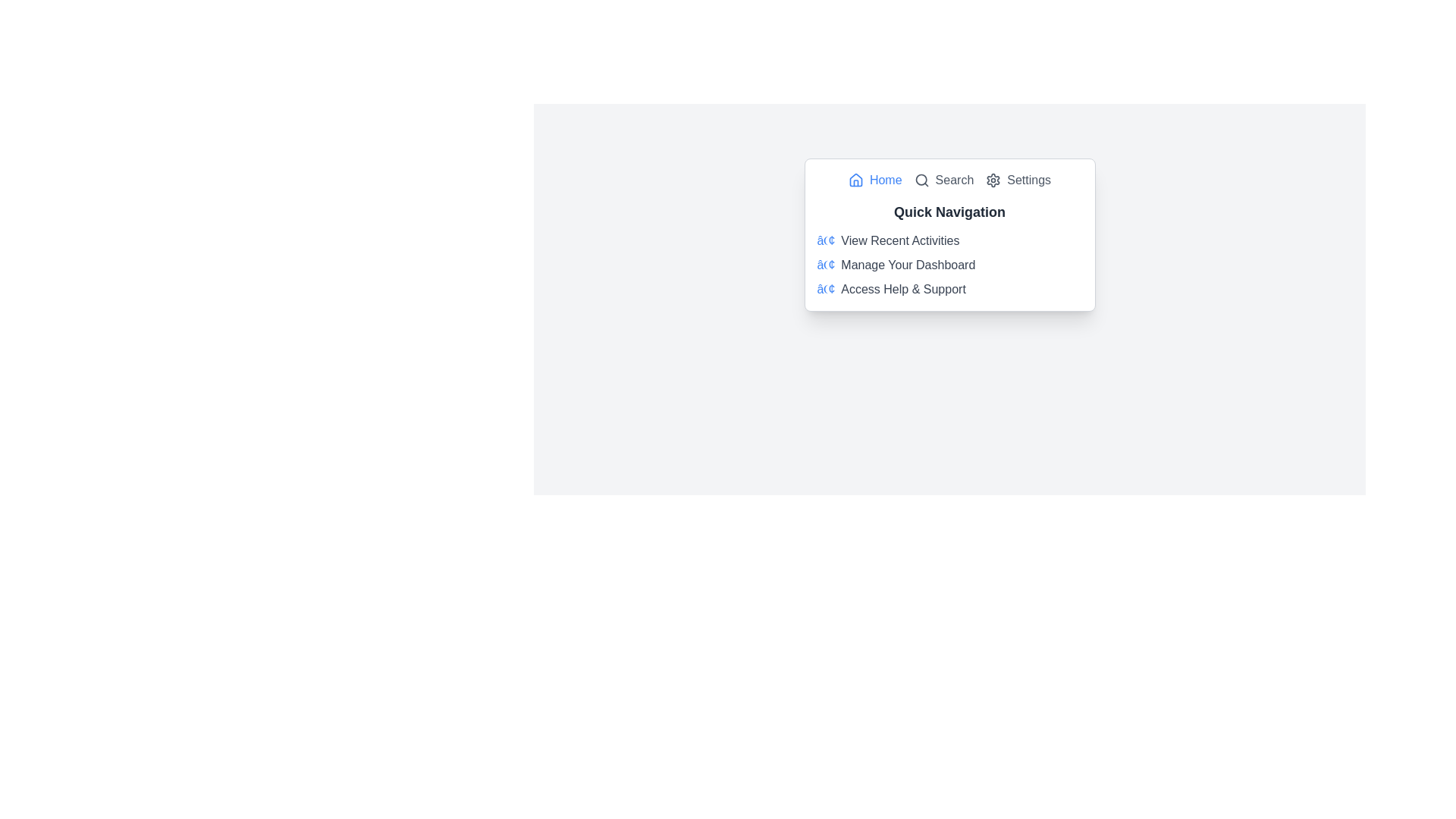  What do you see at coordinates (825, 289) in the screenshot?
I see `the blue bullet point icon located to the left of the 'Access Help & Support' text in the navigation list` at bounding box center [825, 289].